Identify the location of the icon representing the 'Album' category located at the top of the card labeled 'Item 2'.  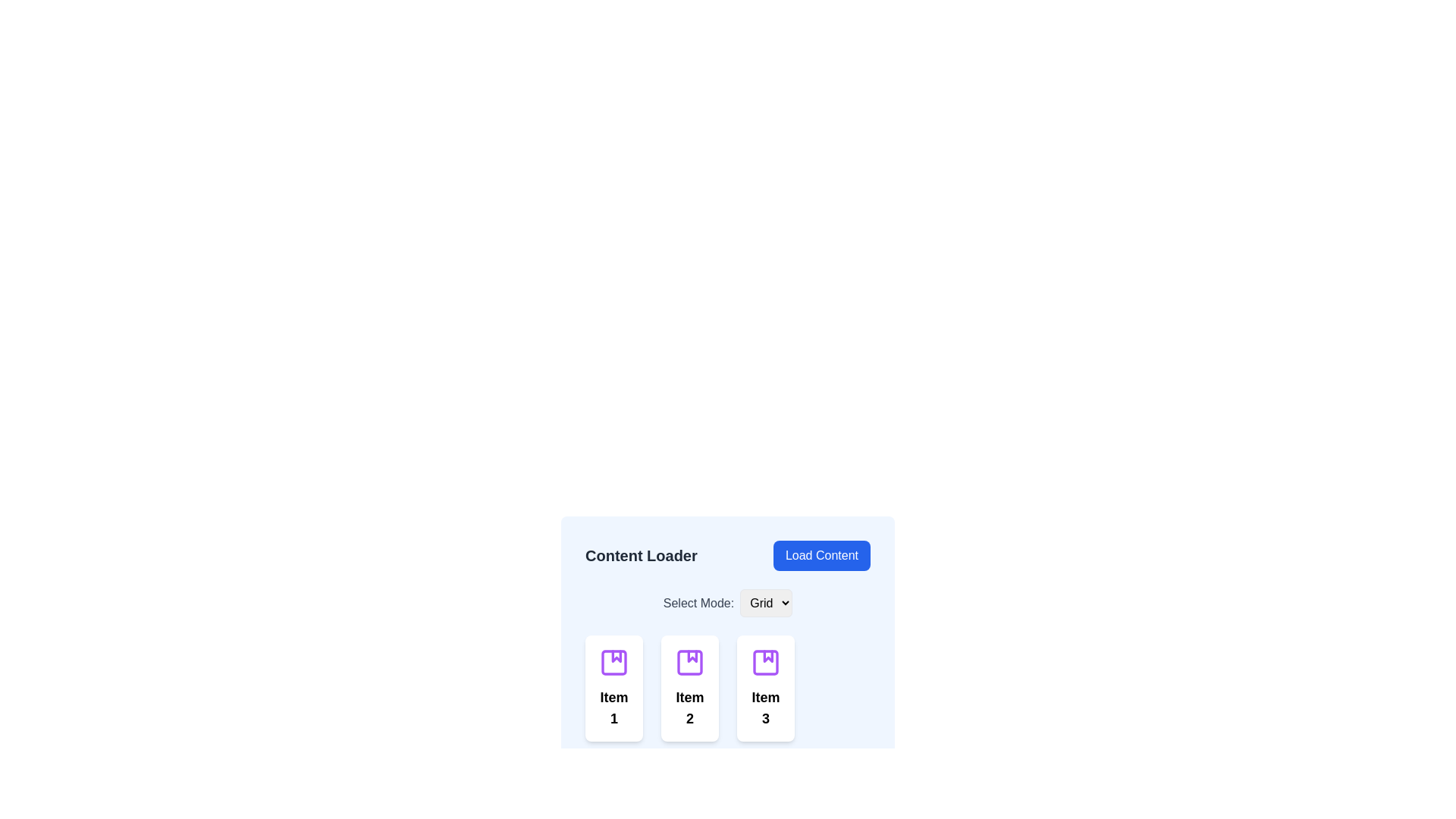
(689, 662).